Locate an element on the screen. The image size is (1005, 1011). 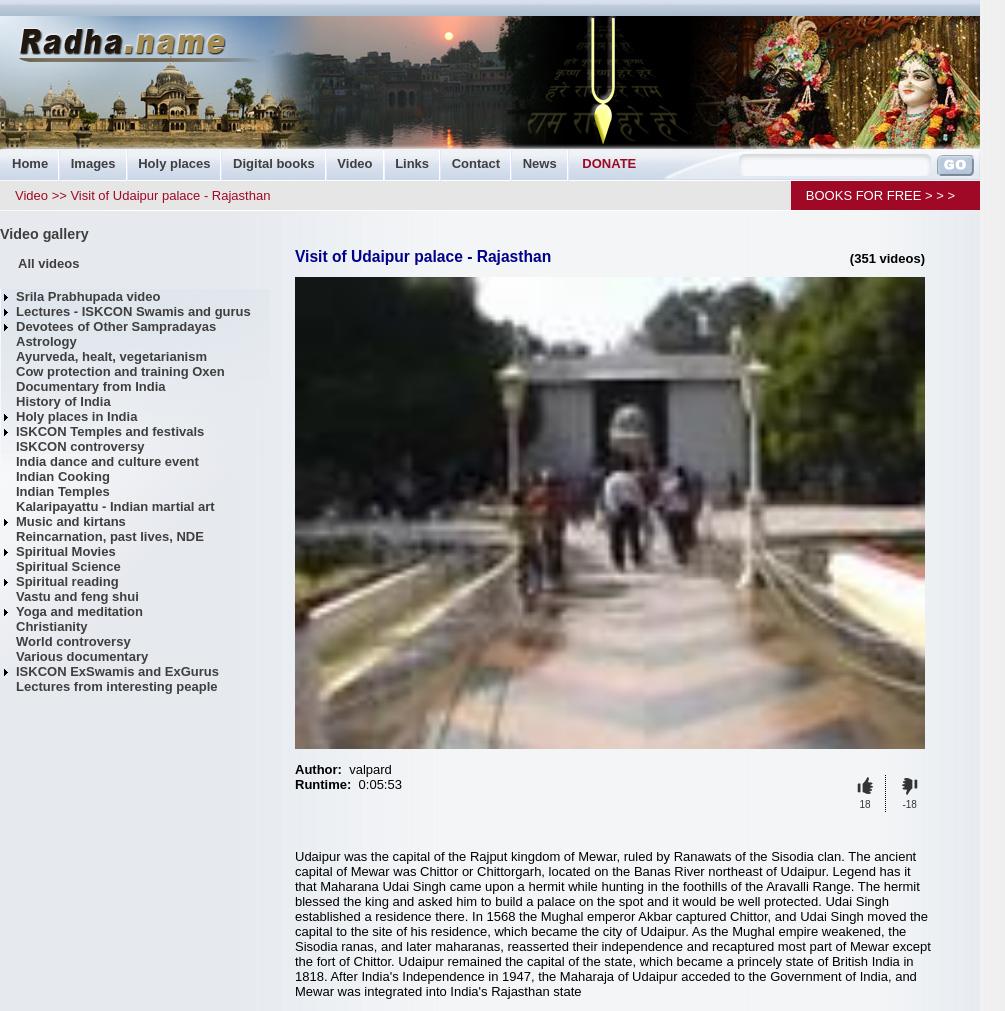
'Indian Cooking' is located at coordinates (62, 475).